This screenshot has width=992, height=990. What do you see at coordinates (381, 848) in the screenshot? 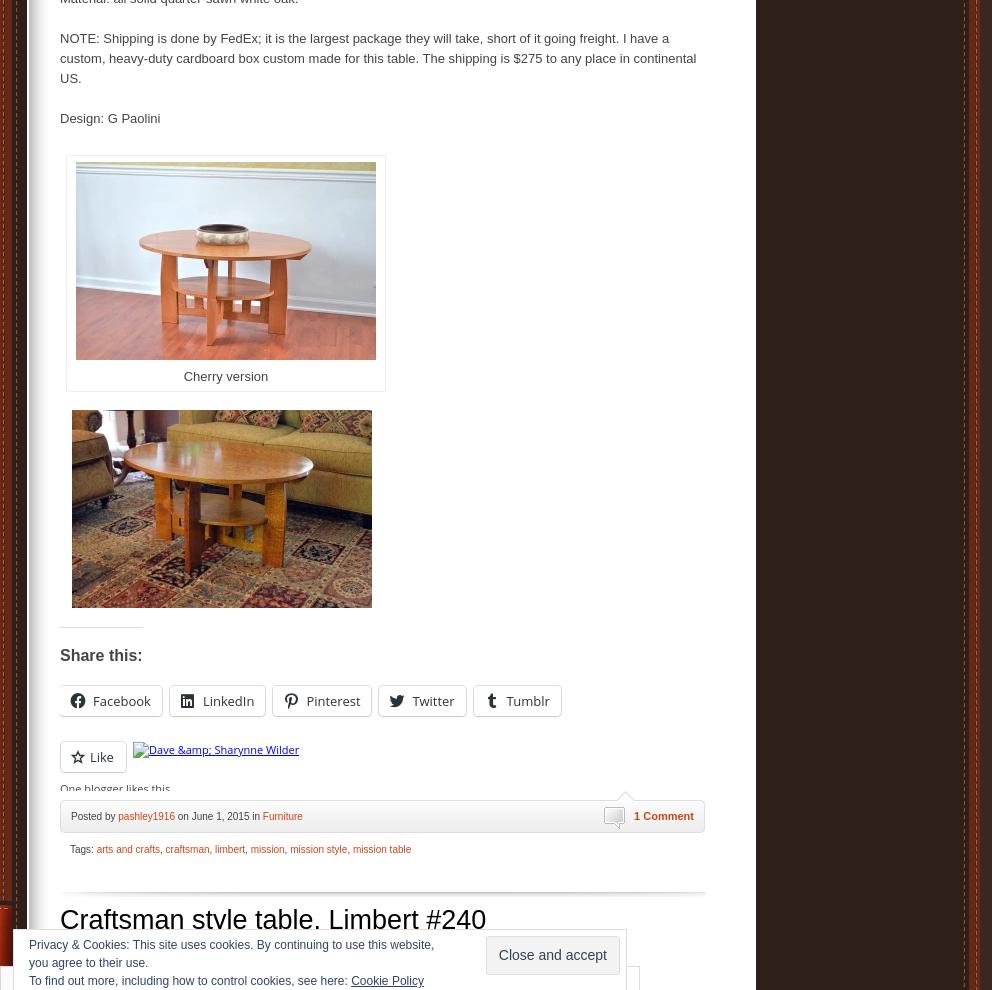
I see `'mission table'` at bounding box center [381, 848].